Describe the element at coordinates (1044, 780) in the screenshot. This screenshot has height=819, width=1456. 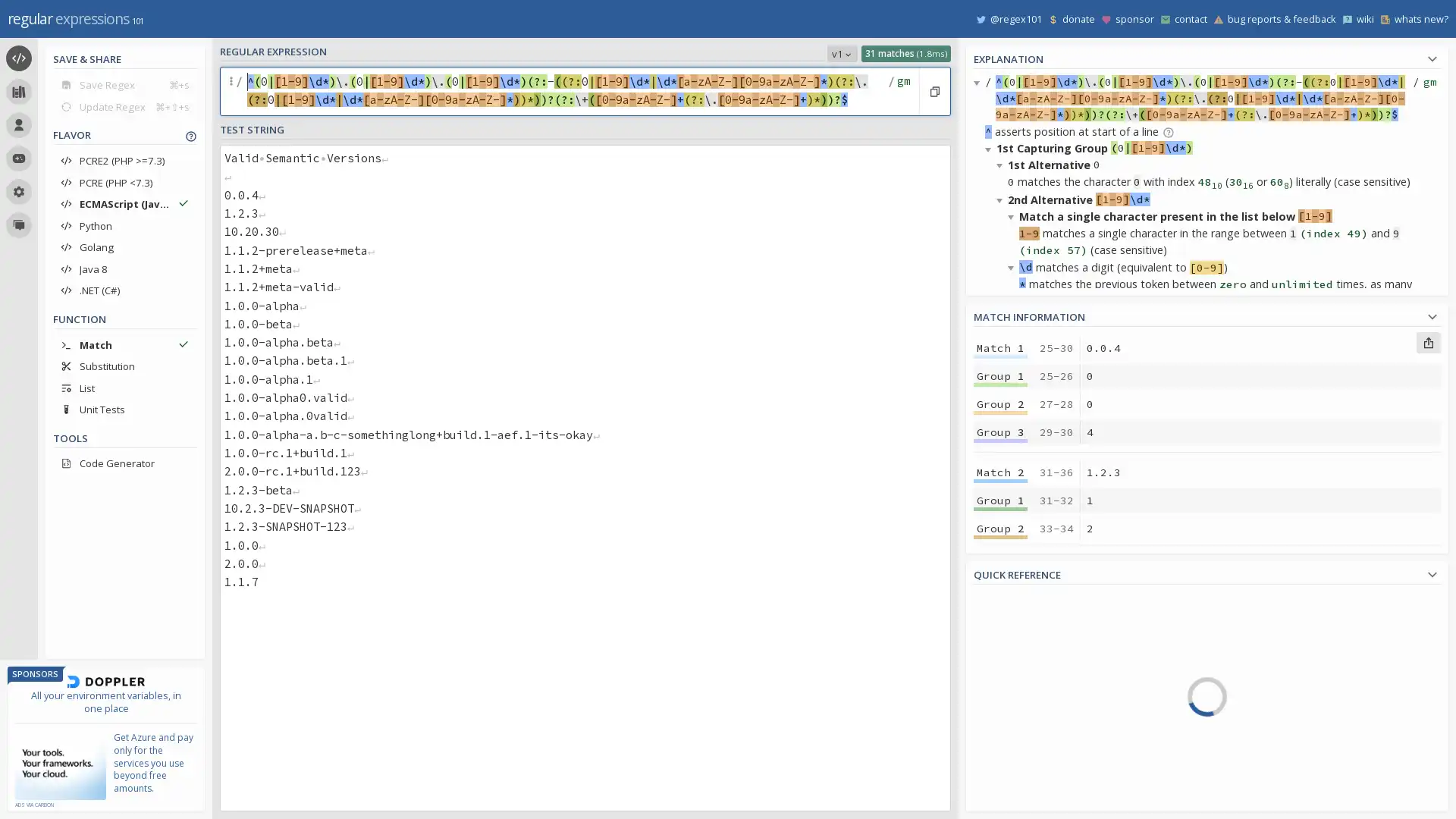
I see `Character Classes` at that location.